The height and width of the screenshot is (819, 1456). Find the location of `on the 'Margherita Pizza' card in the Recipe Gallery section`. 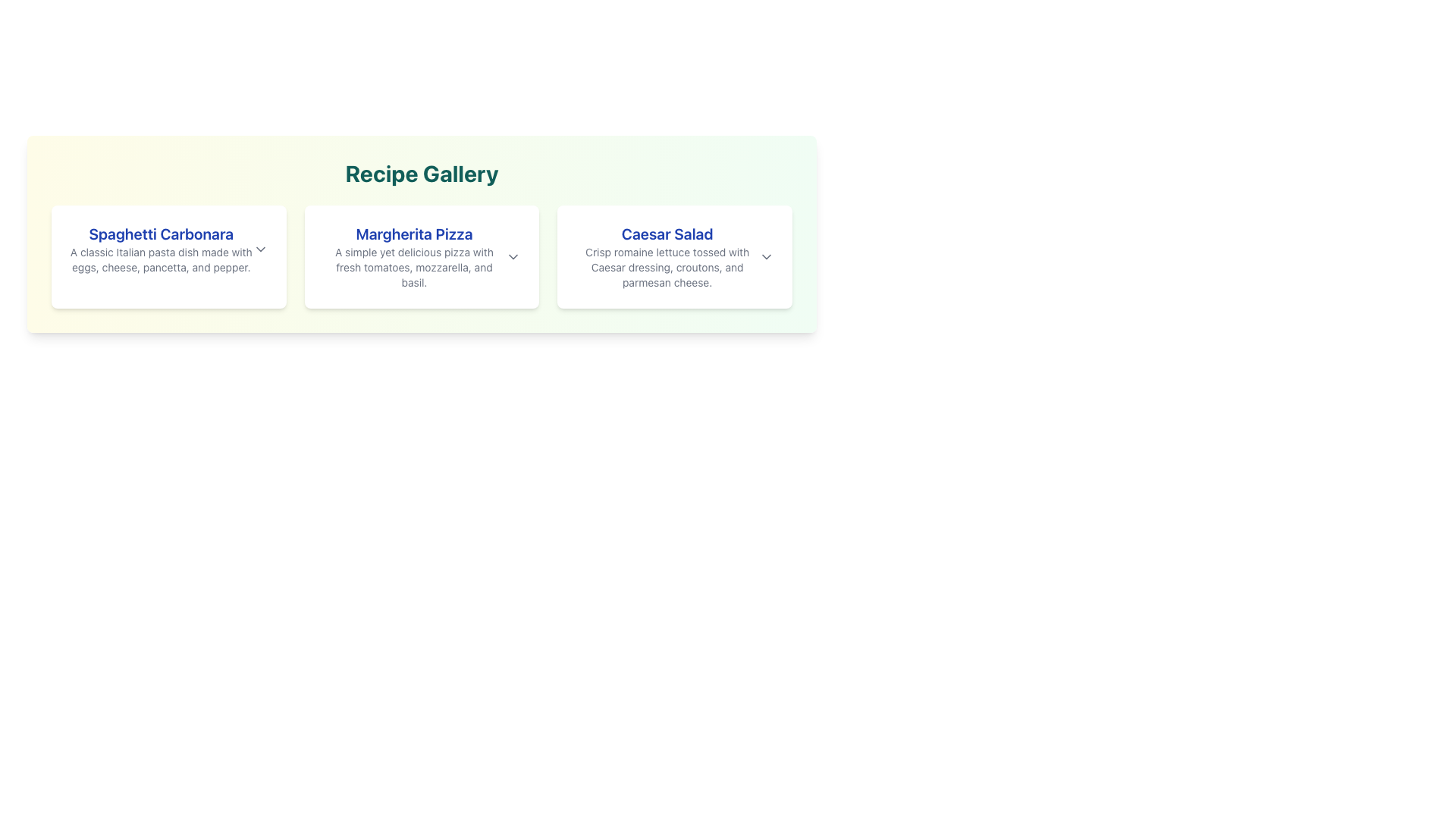

on the 'Margherita Pizza' card in the Recipe Gallery section is located at coordinates (422, 256).